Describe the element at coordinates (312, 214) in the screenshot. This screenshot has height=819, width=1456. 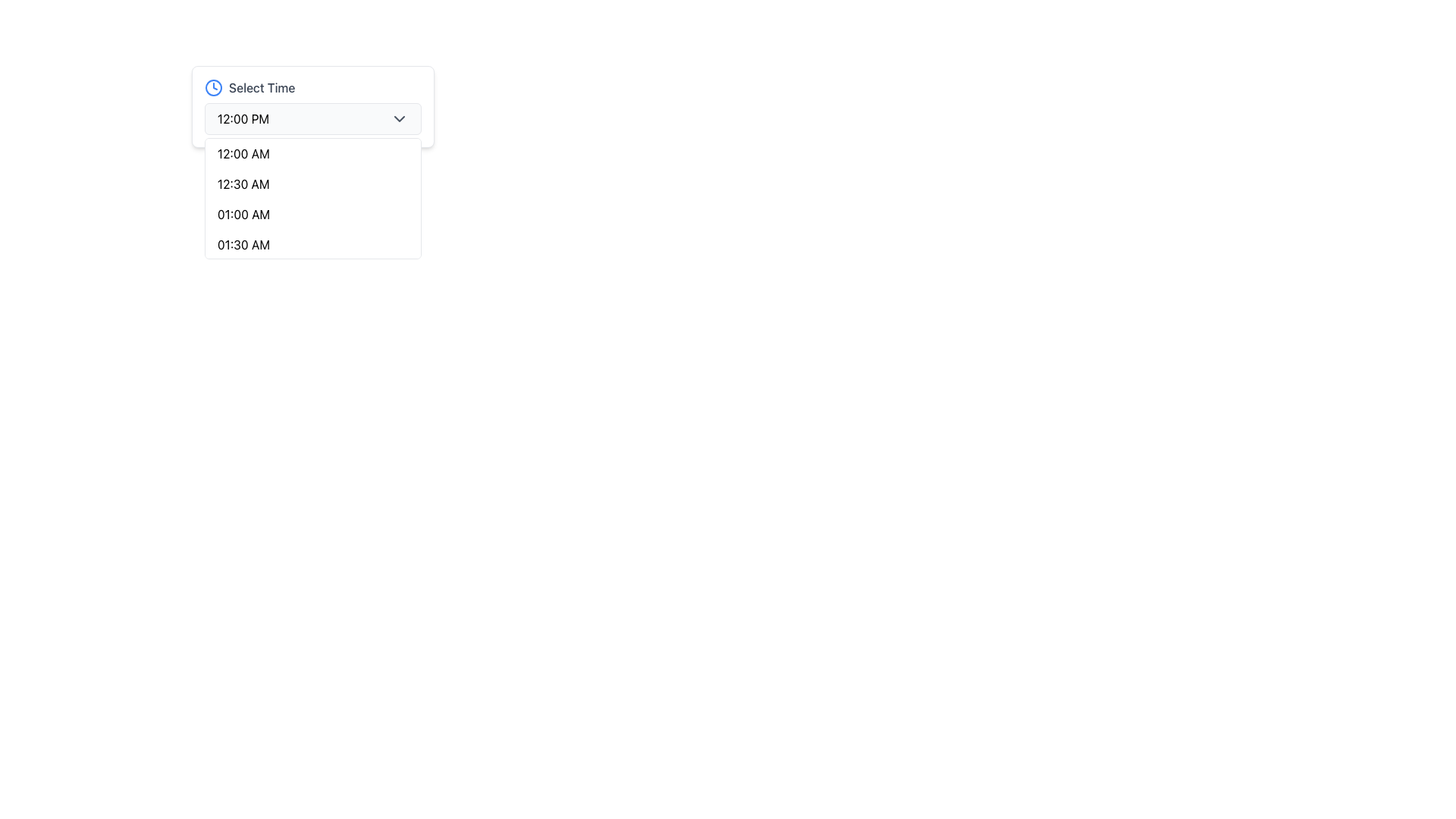
I see `the third time entry in the dropdown menu` at that location.